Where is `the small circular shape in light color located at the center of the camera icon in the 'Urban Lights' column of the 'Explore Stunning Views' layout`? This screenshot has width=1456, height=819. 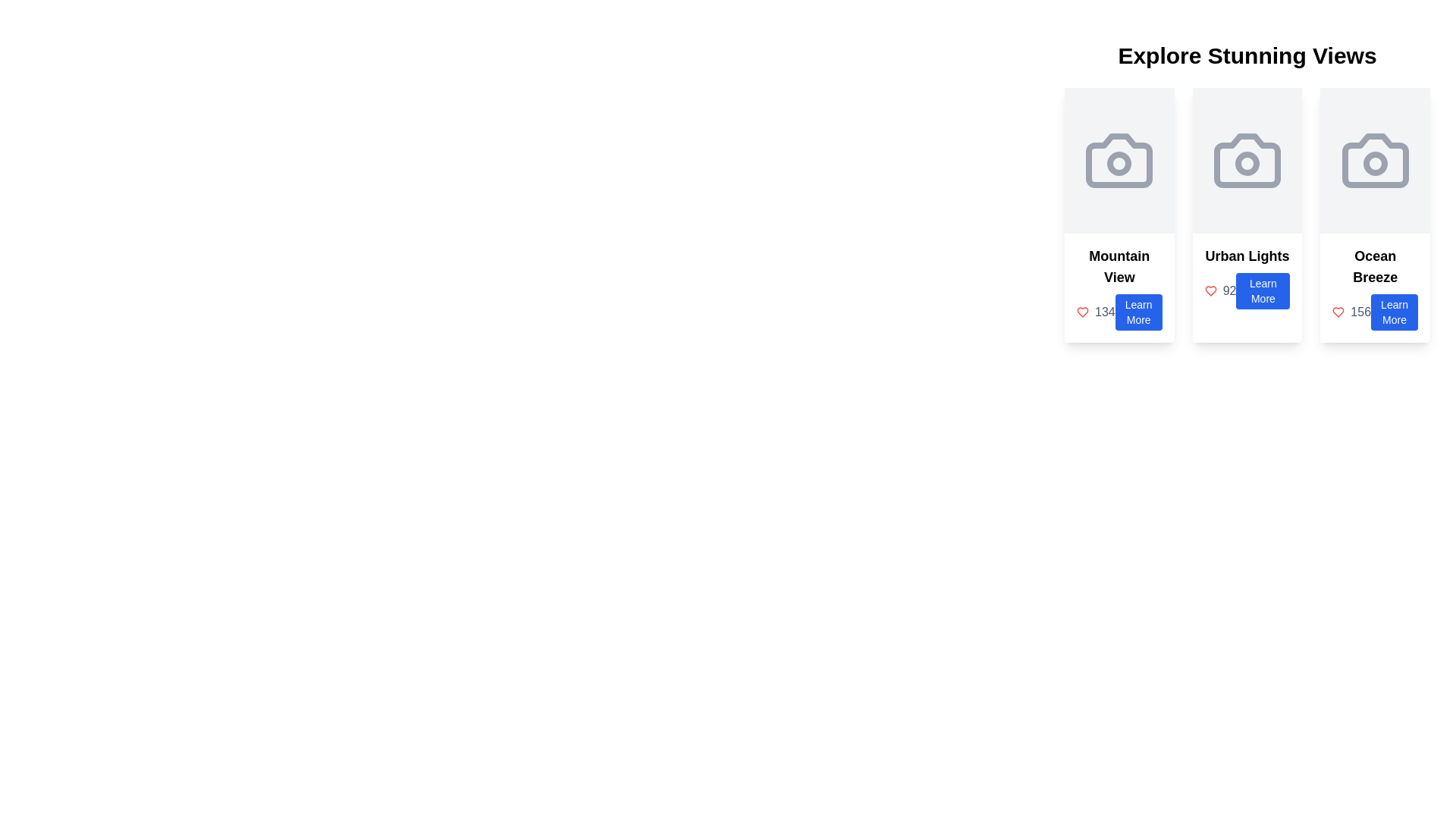
the small circular shape in light color located at the center of the camera icon in the 'Urban Lights' column of the 'Explore Stunning Views' layout is located at coordinates (1247, 164).